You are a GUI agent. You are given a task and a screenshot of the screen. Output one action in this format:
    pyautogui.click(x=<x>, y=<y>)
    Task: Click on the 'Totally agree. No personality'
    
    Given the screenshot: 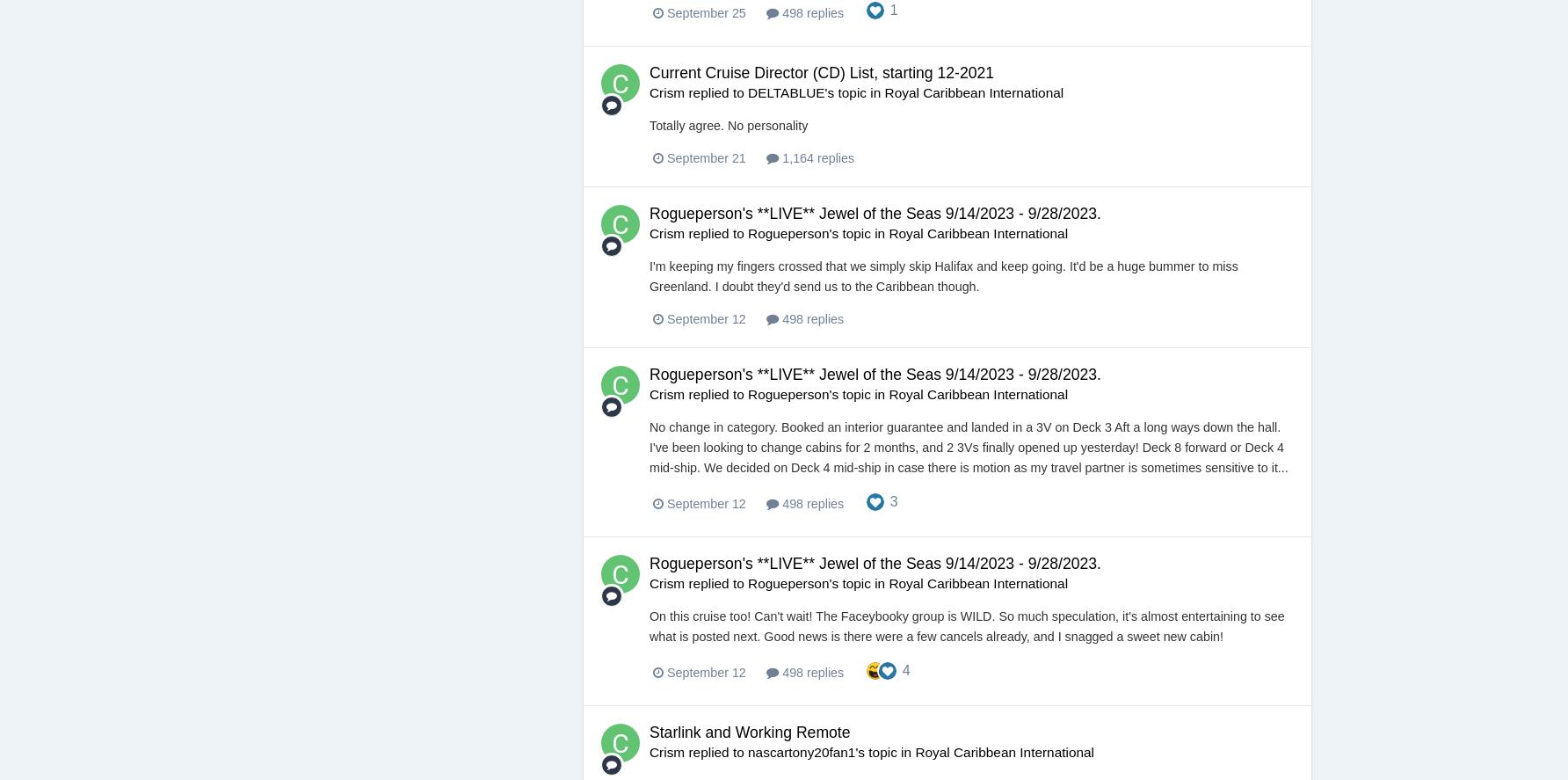 What is the action you would take?
    pyautogui.click(x=728, y=125)
    